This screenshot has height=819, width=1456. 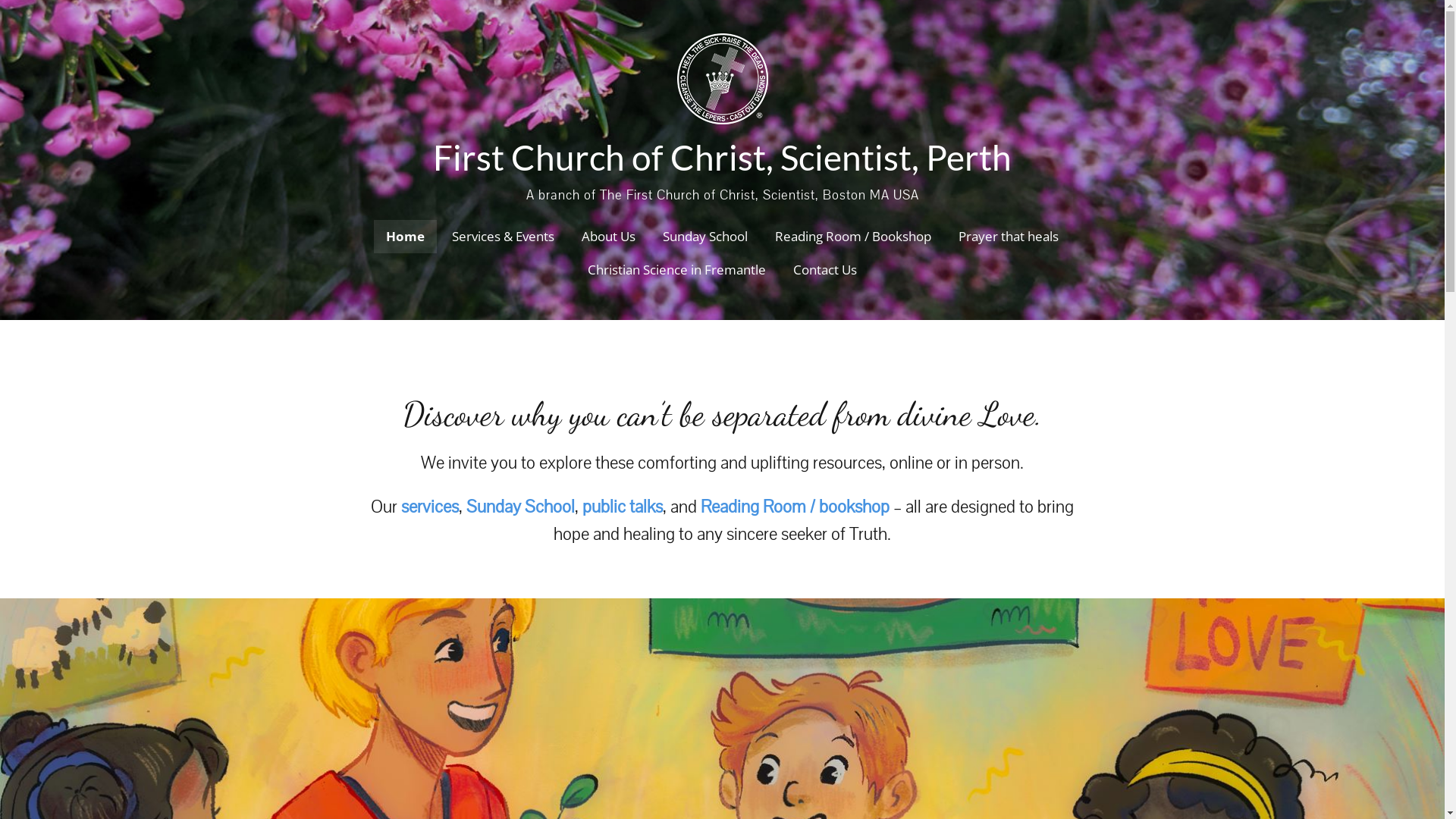 What do you see at coordinates (428, 507) in the screenshot?
I see `'services'` at bounding box center [428, 507].